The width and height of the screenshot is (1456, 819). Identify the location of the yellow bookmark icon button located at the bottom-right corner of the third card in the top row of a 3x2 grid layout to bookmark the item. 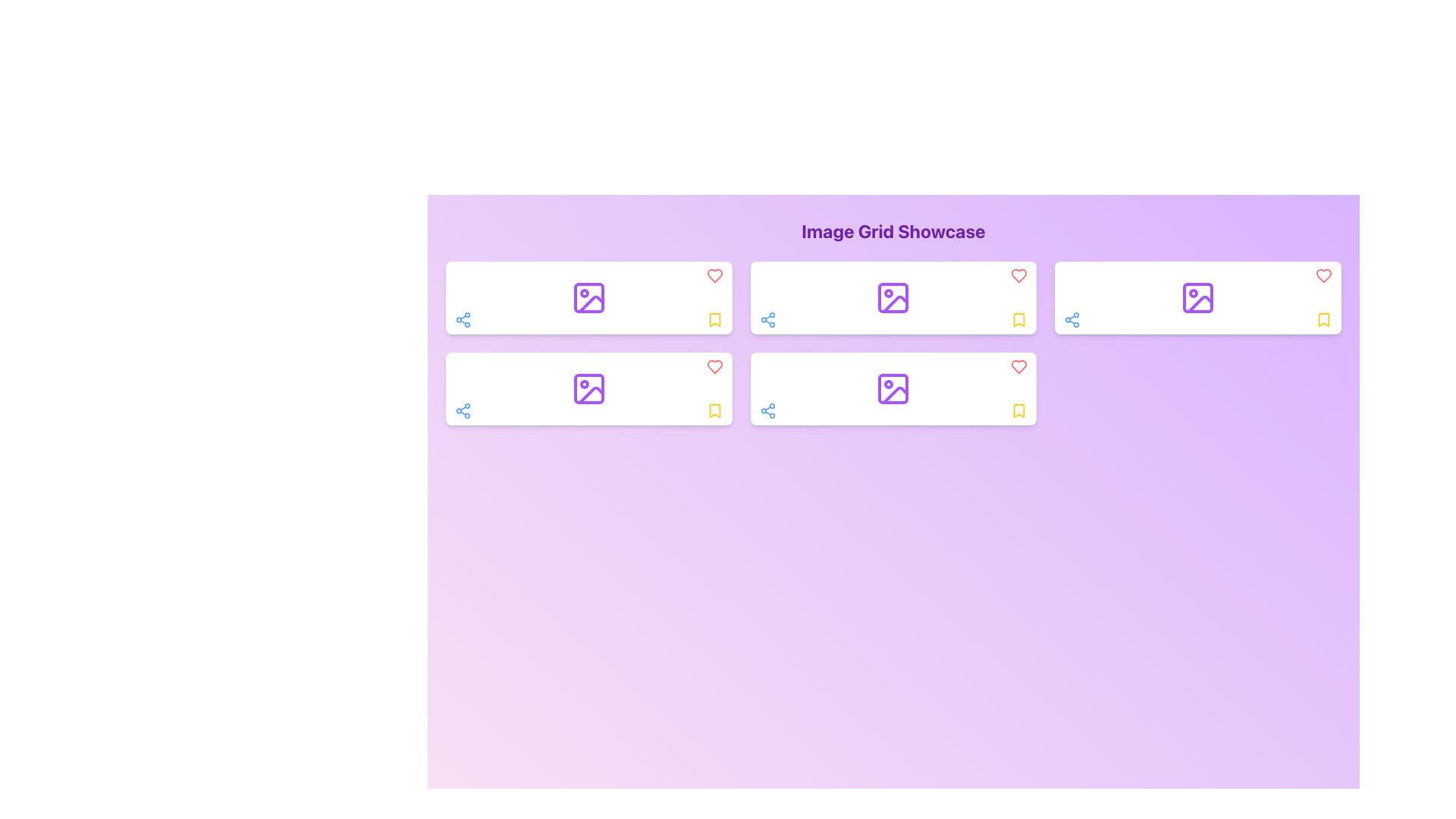
(1019, 318).